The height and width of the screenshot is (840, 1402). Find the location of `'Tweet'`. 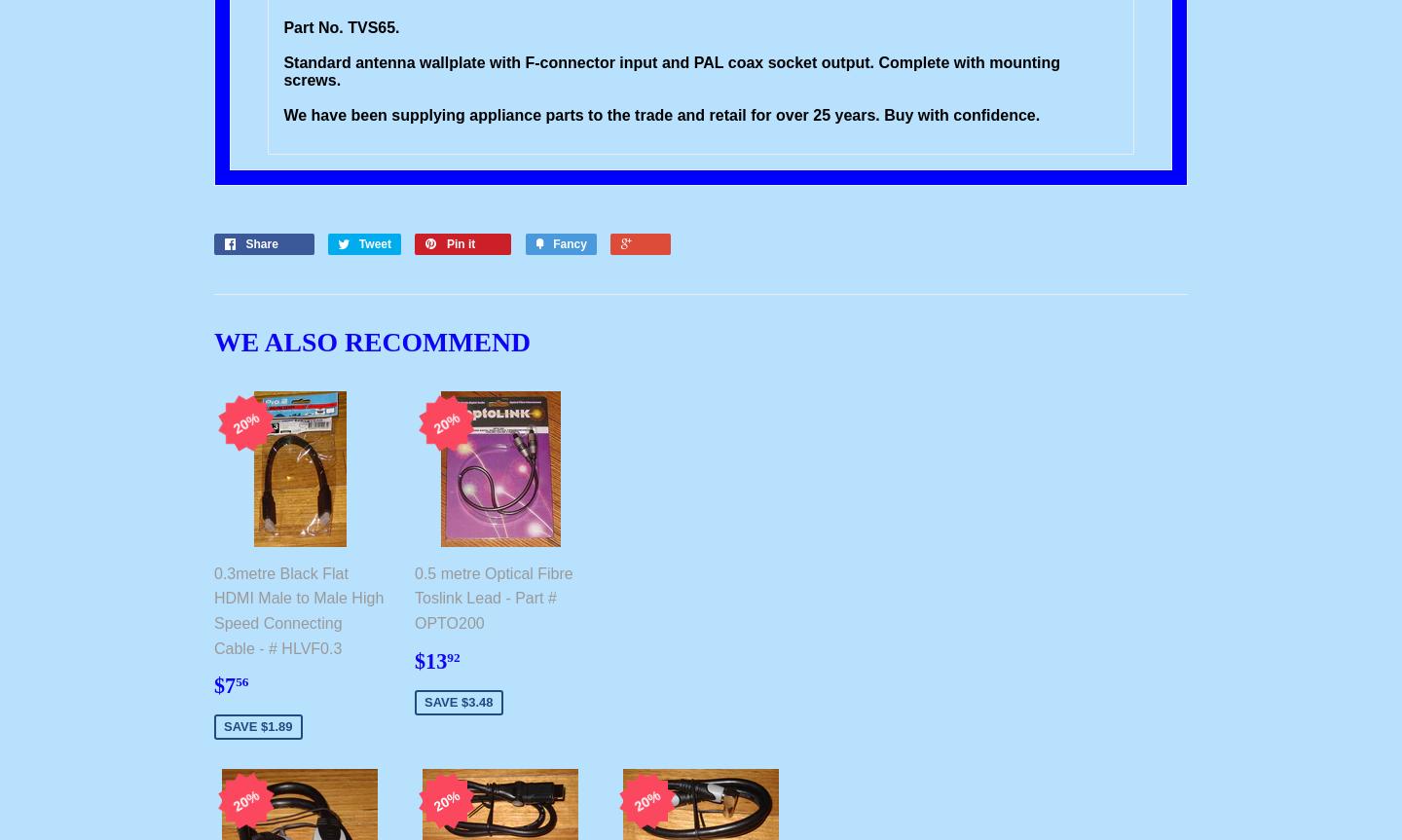

'Tweet' is located at coordinates (357, 243).